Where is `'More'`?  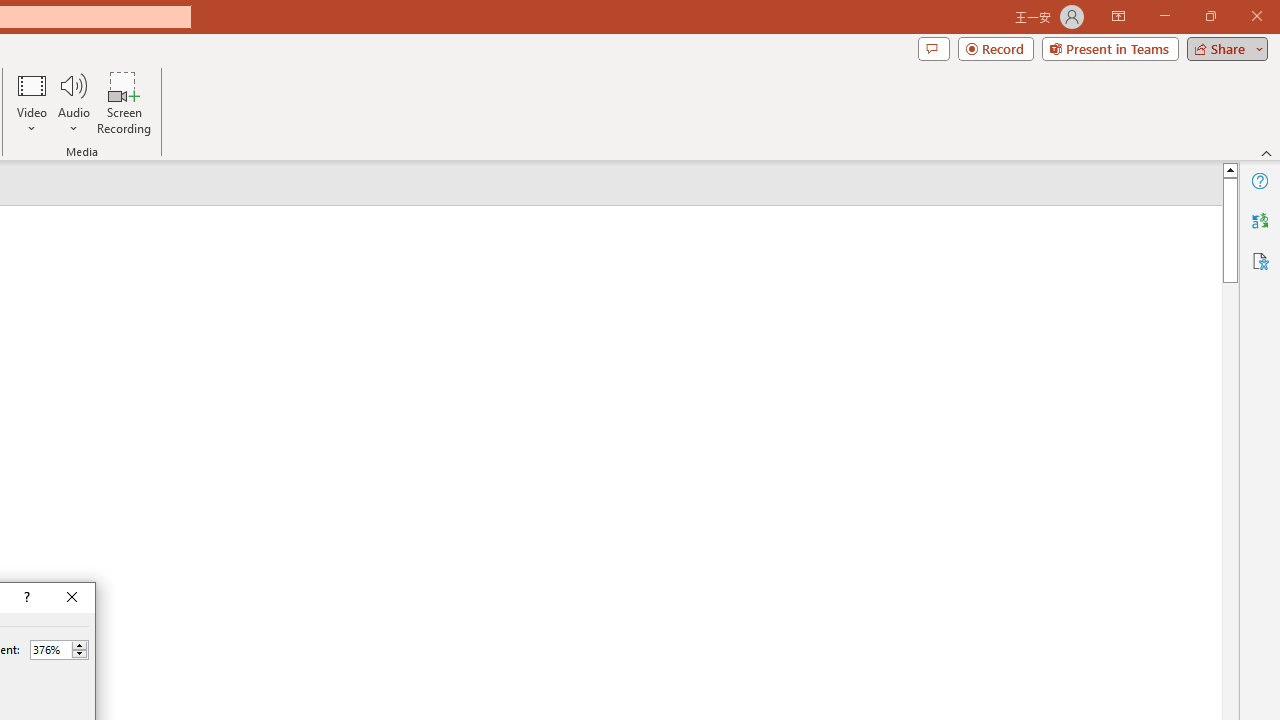 'More' is located at coordinates (79, 645).